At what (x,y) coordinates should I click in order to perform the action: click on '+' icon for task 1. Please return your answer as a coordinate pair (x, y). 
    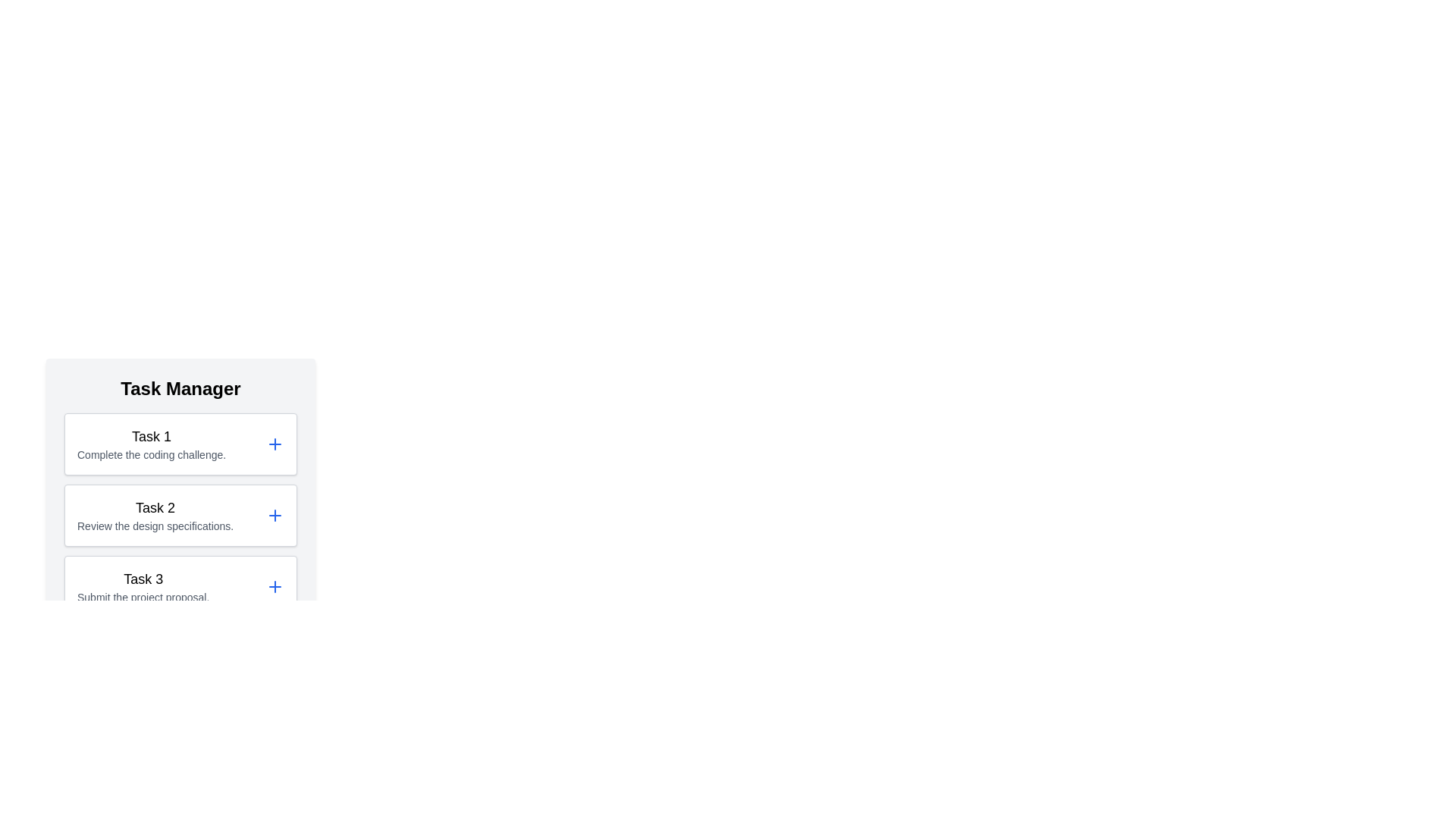
    Looking at the image, I should click on (275, 444).